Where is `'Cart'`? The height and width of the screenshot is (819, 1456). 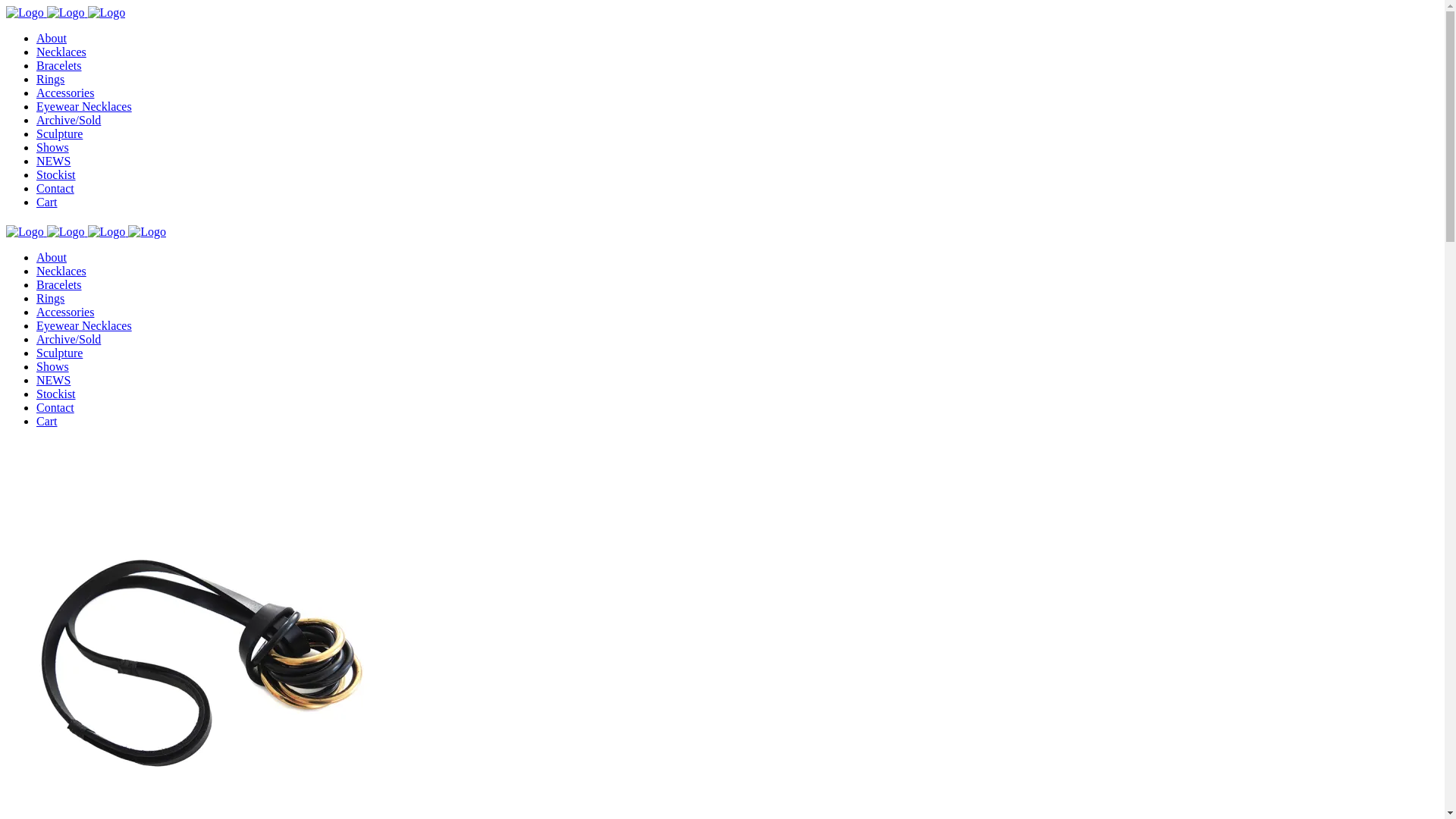
'Cart' is located at coordinates (47, 201).